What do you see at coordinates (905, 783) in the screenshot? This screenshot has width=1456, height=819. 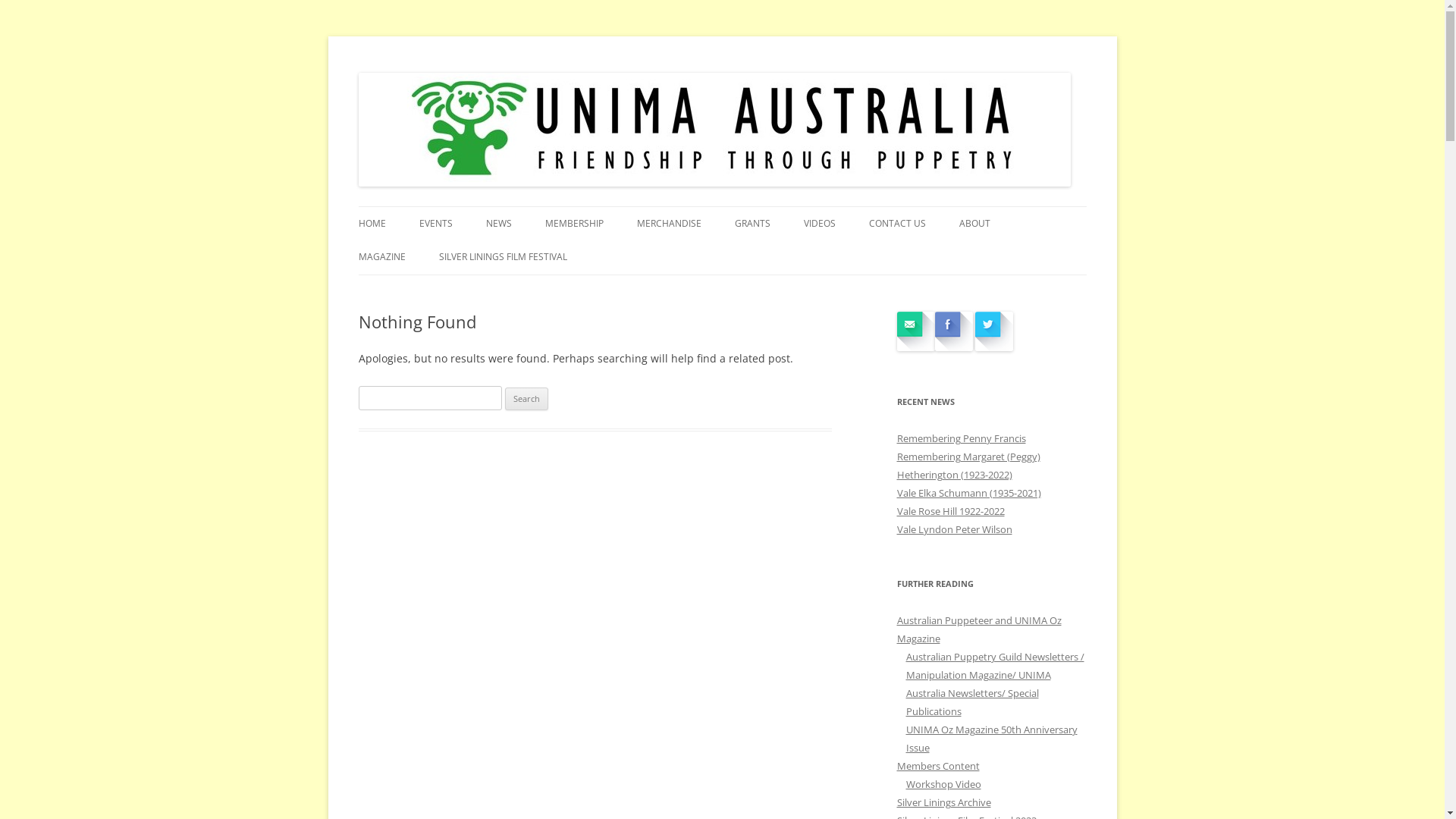 I see `'Workshop Video'` at bounding box center [905, 783].